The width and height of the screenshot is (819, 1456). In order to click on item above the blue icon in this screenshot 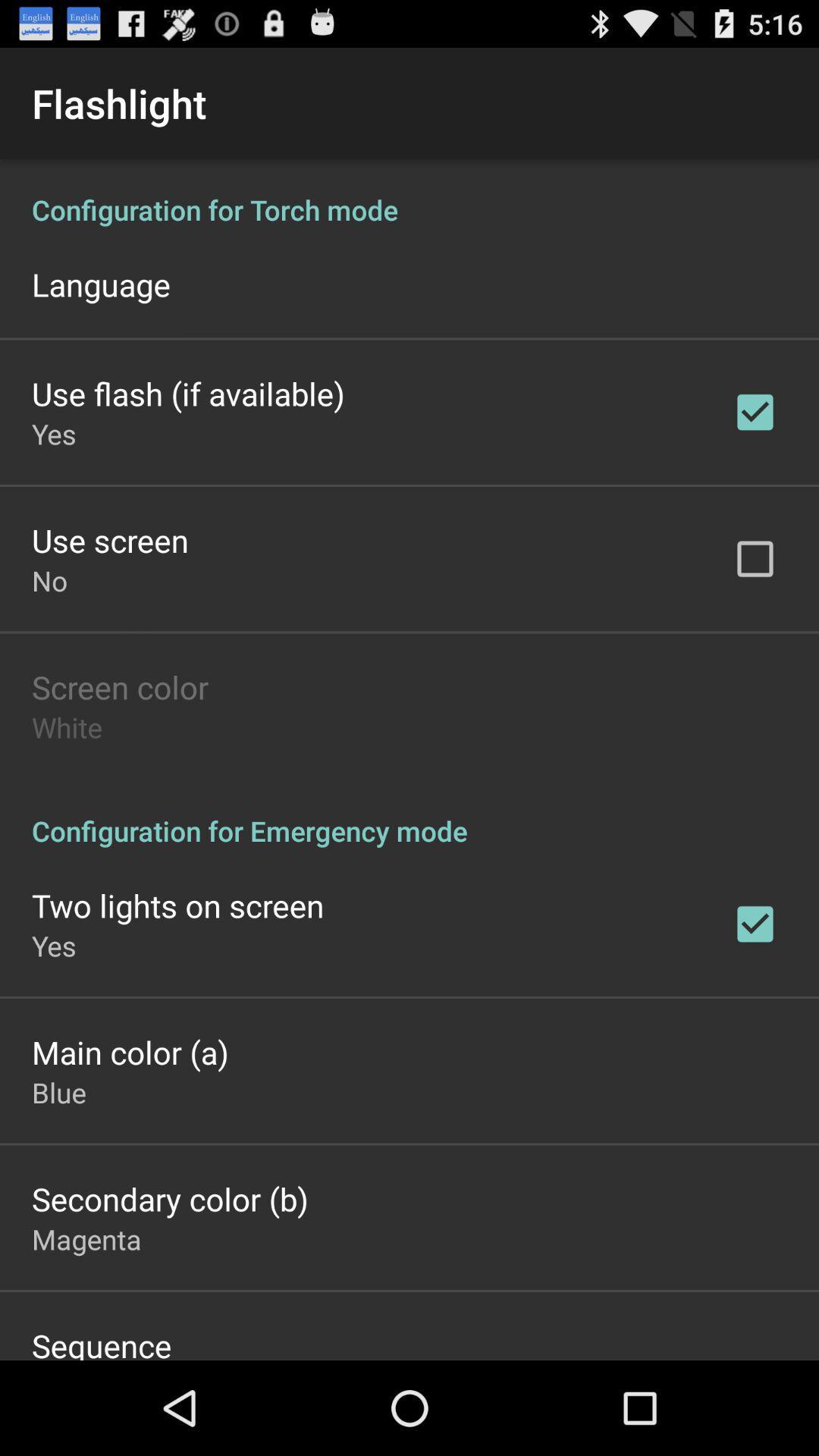, I will do `click(129, 1051)`.